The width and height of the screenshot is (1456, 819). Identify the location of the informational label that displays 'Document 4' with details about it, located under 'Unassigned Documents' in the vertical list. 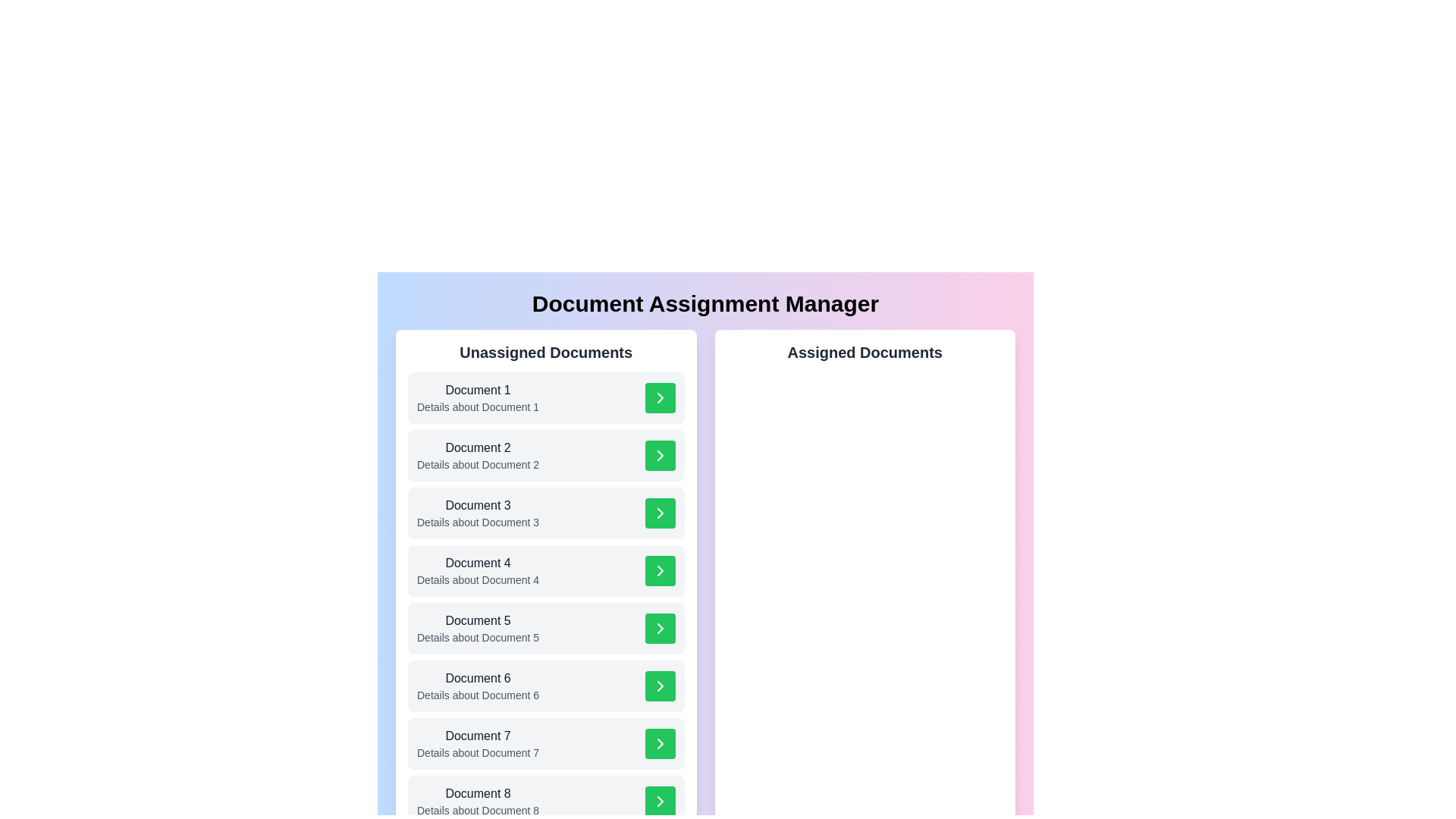
(477, 570).